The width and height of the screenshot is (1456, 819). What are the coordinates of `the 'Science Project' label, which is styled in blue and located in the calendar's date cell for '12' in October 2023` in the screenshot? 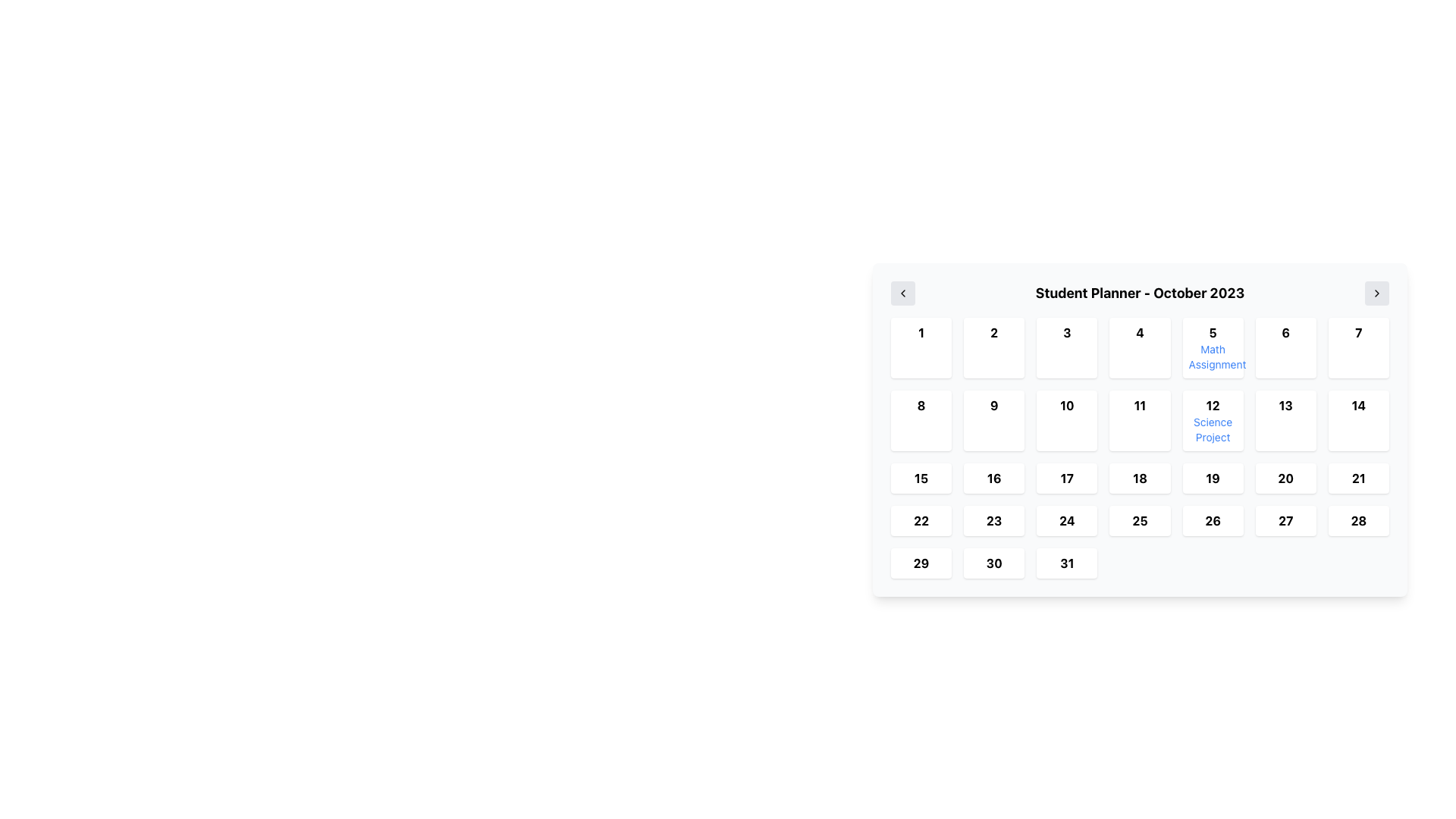 It's located at (1212, 430).